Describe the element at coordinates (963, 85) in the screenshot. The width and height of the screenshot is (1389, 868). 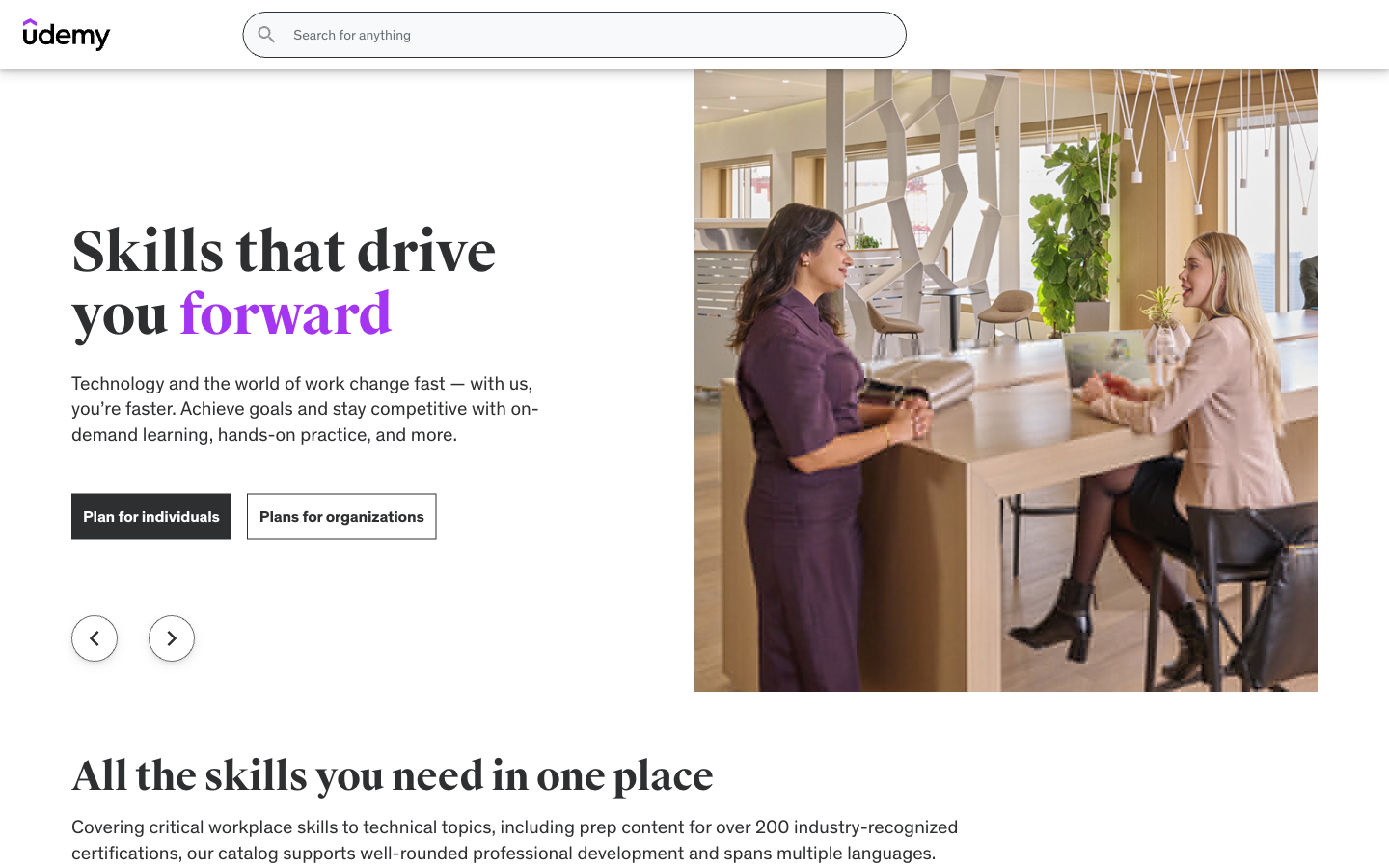
I see `the Why Mint page` at that location.